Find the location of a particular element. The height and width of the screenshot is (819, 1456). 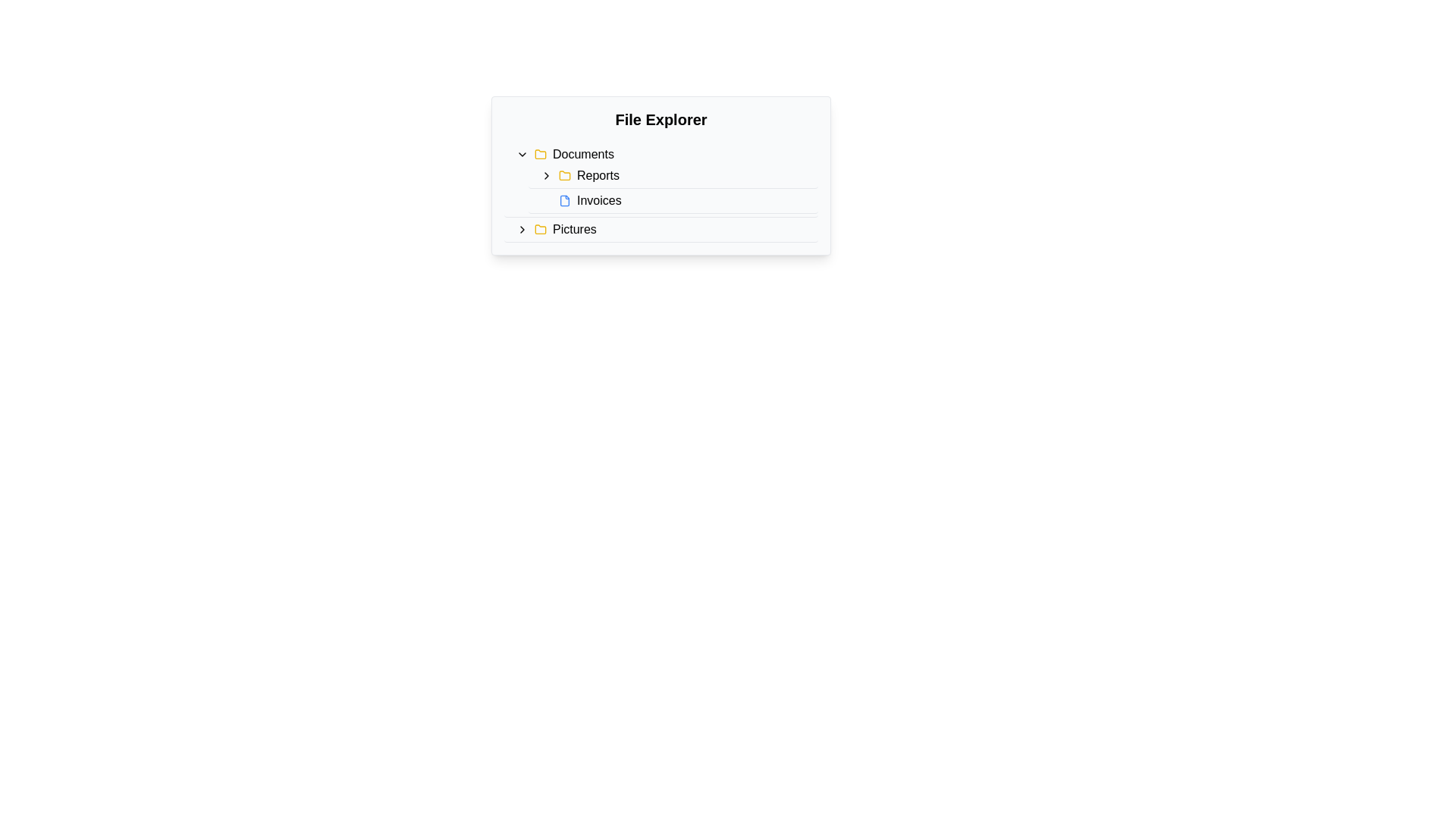

the 'Pictures' folder icon located to the left of the 'Pictures' text in the file explorer is located at coordinates (541, 230).